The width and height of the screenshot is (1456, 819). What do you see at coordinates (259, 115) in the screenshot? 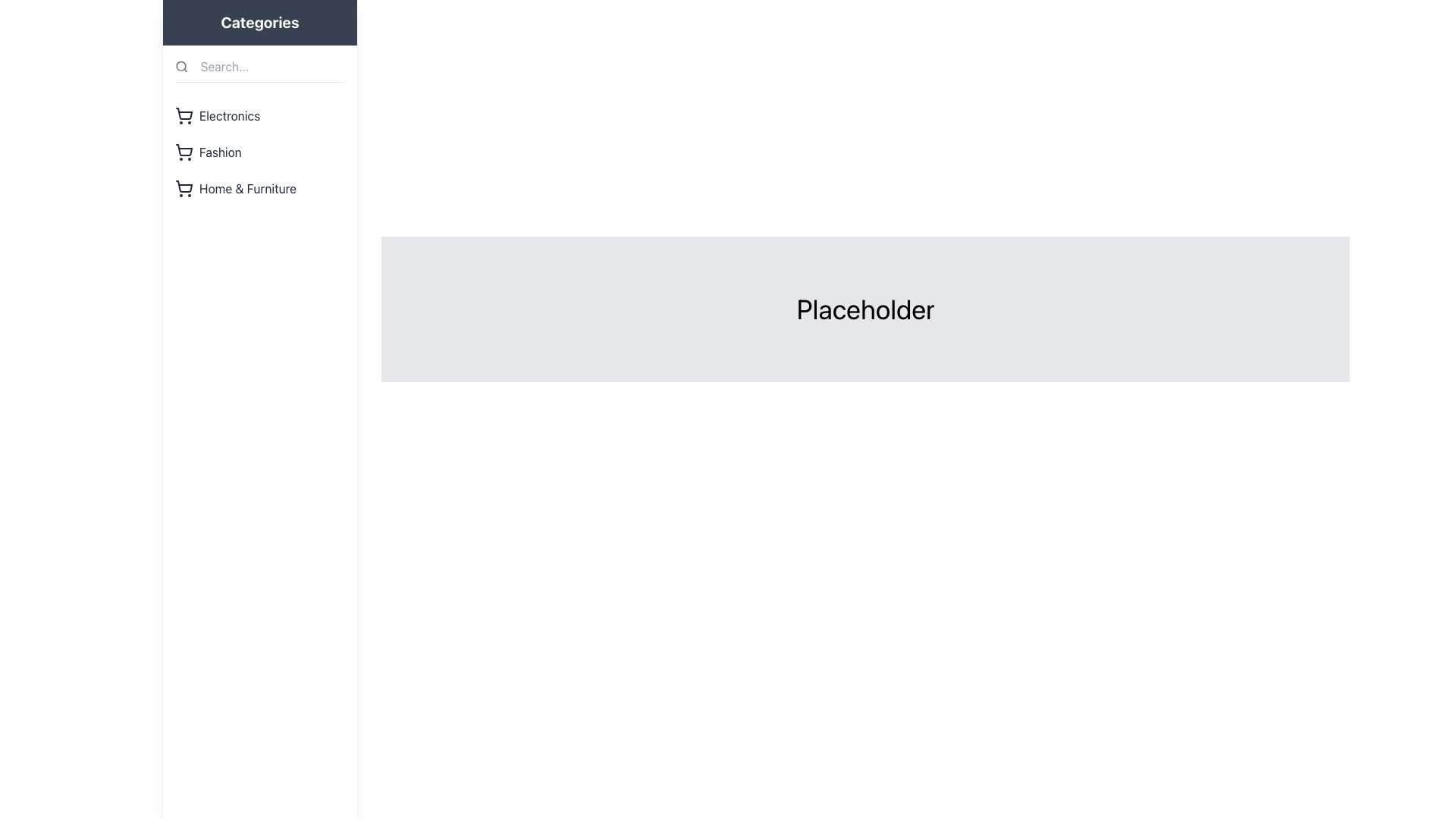
I see `the first Navigation list item in the sidebar menu` at bounding box center [259, 115].